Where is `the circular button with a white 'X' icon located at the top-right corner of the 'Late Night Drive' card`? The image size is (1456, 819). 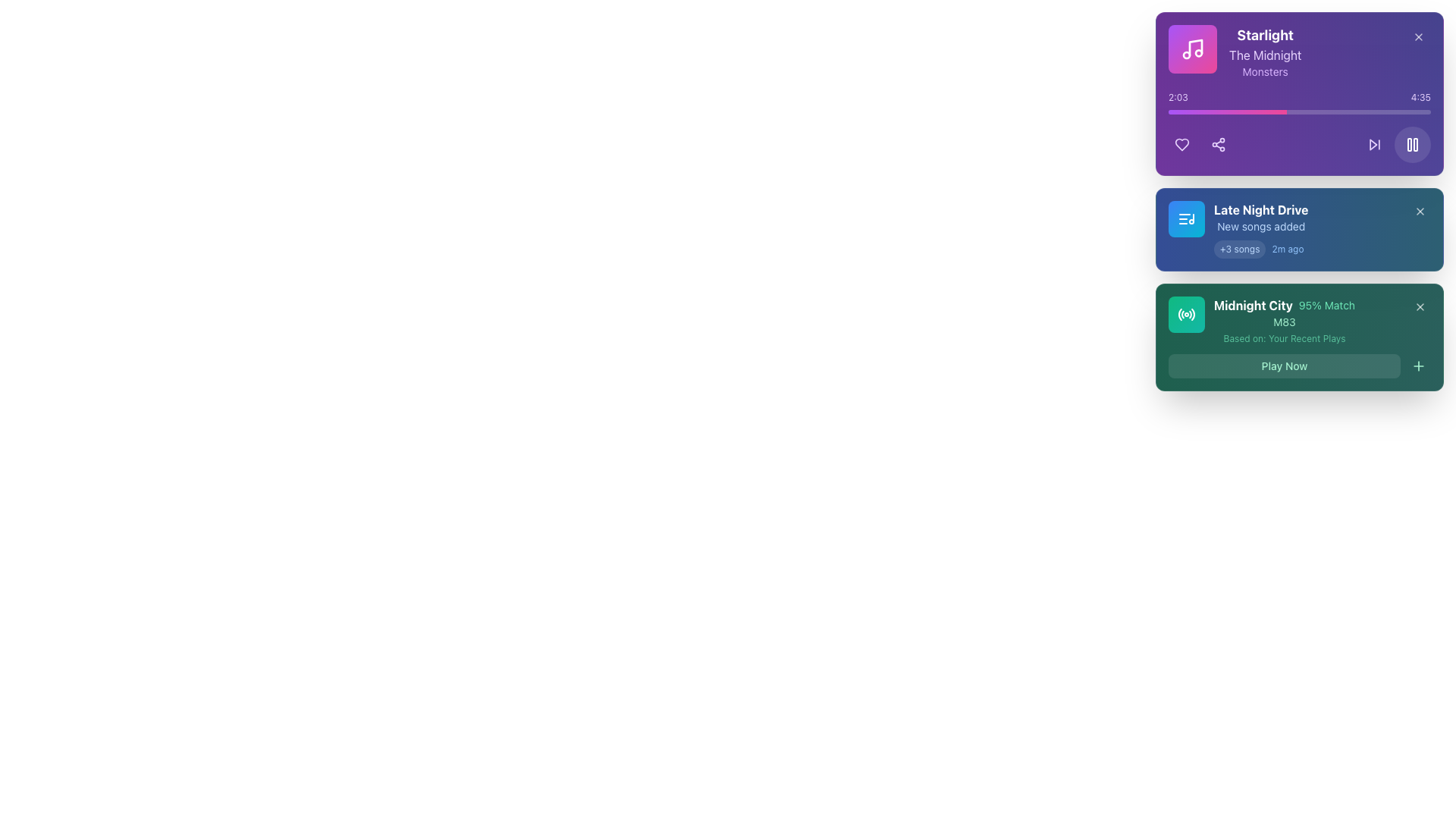 the circular button with a white 'X' icon located at the top-right corner of the 'Late Night Drive' card is located at coordinates (1419, 211).